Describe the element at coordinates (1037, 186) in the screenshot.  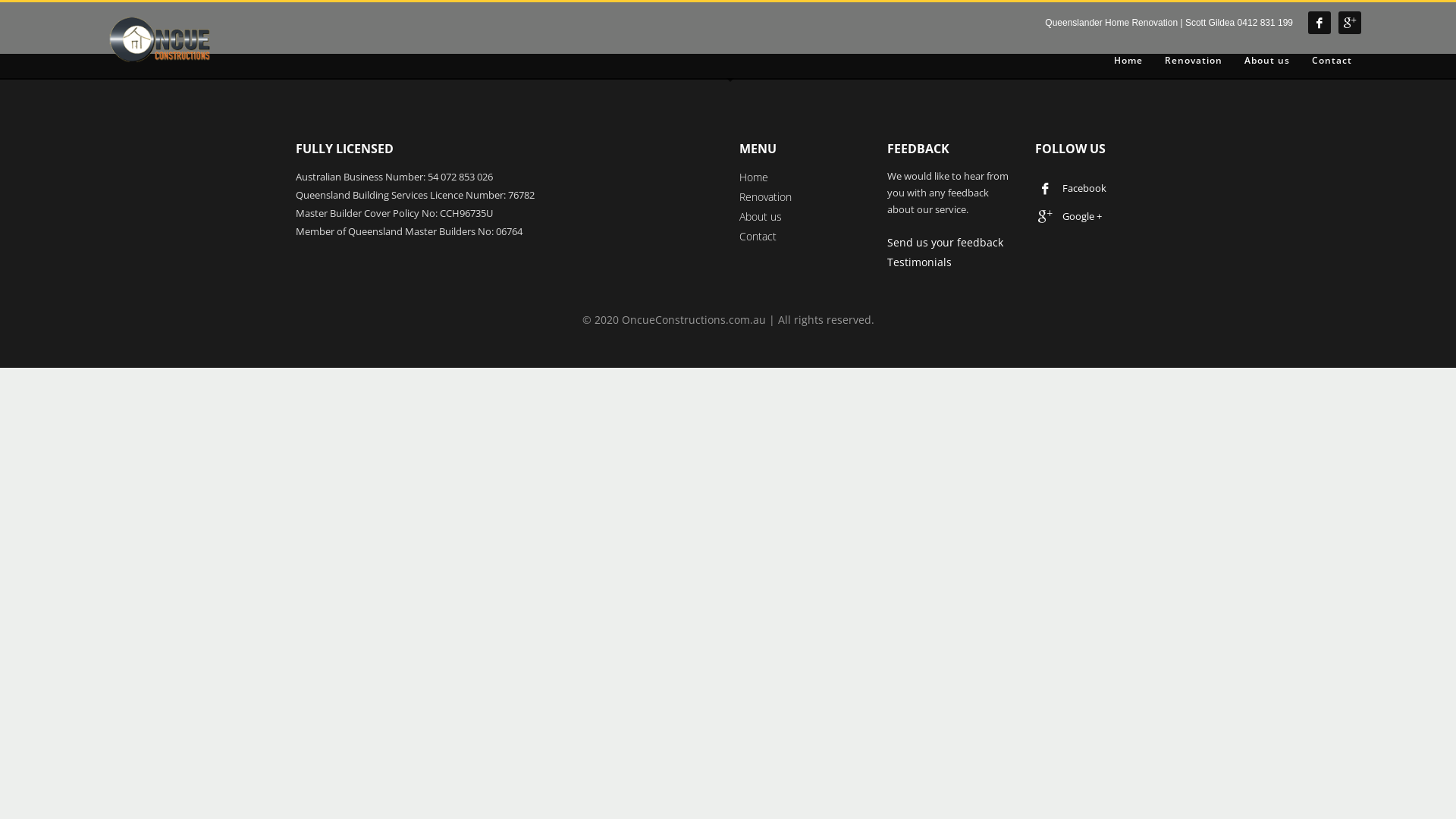
I see `'Facebook'` at that location.